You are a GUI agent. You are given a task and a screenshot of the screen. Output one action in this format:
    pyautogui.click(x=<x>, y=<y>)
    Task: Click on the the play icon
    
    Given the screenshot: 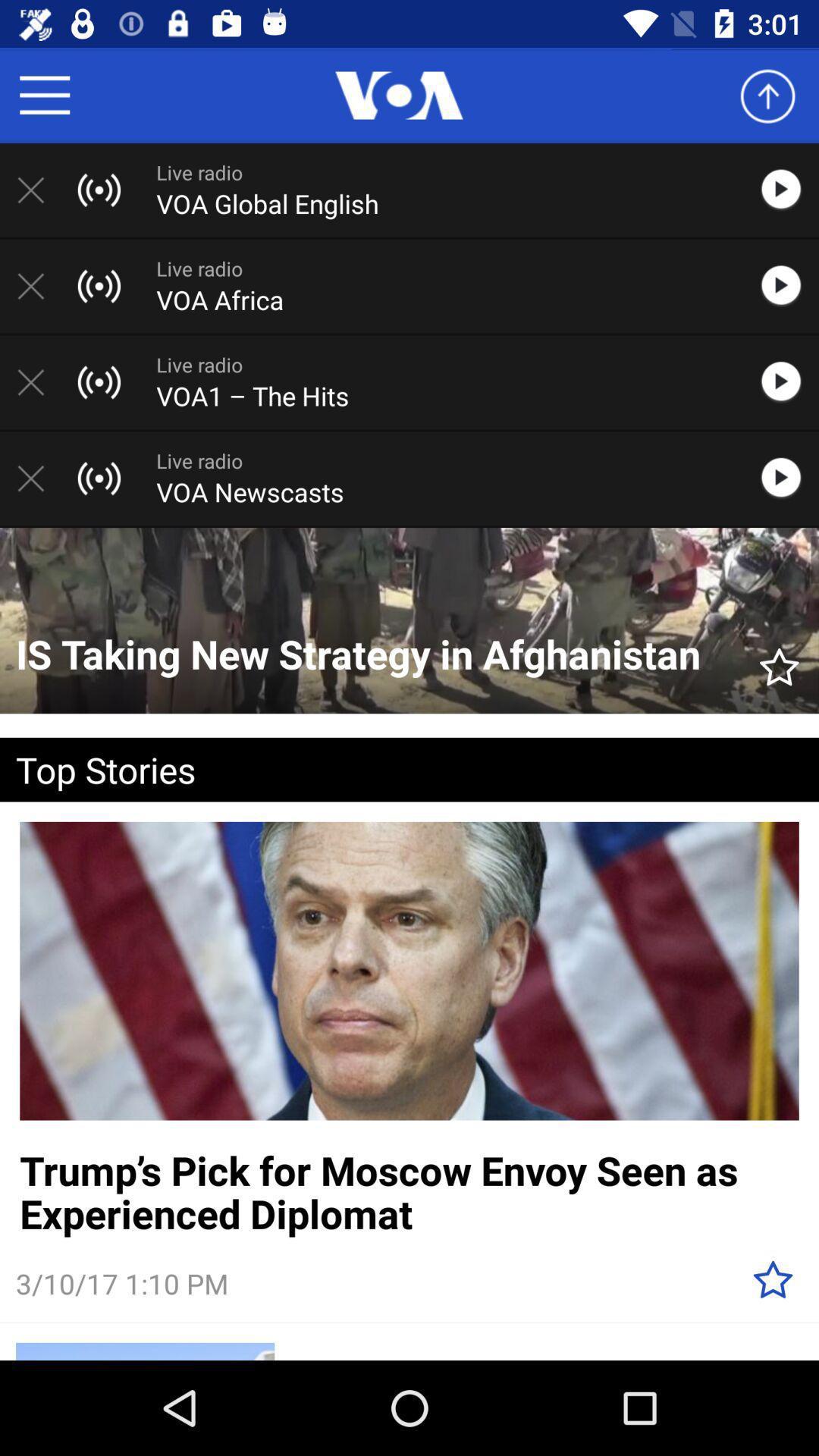 What is the action you would take?
    pyautogui.click(x=788, y=189)
    